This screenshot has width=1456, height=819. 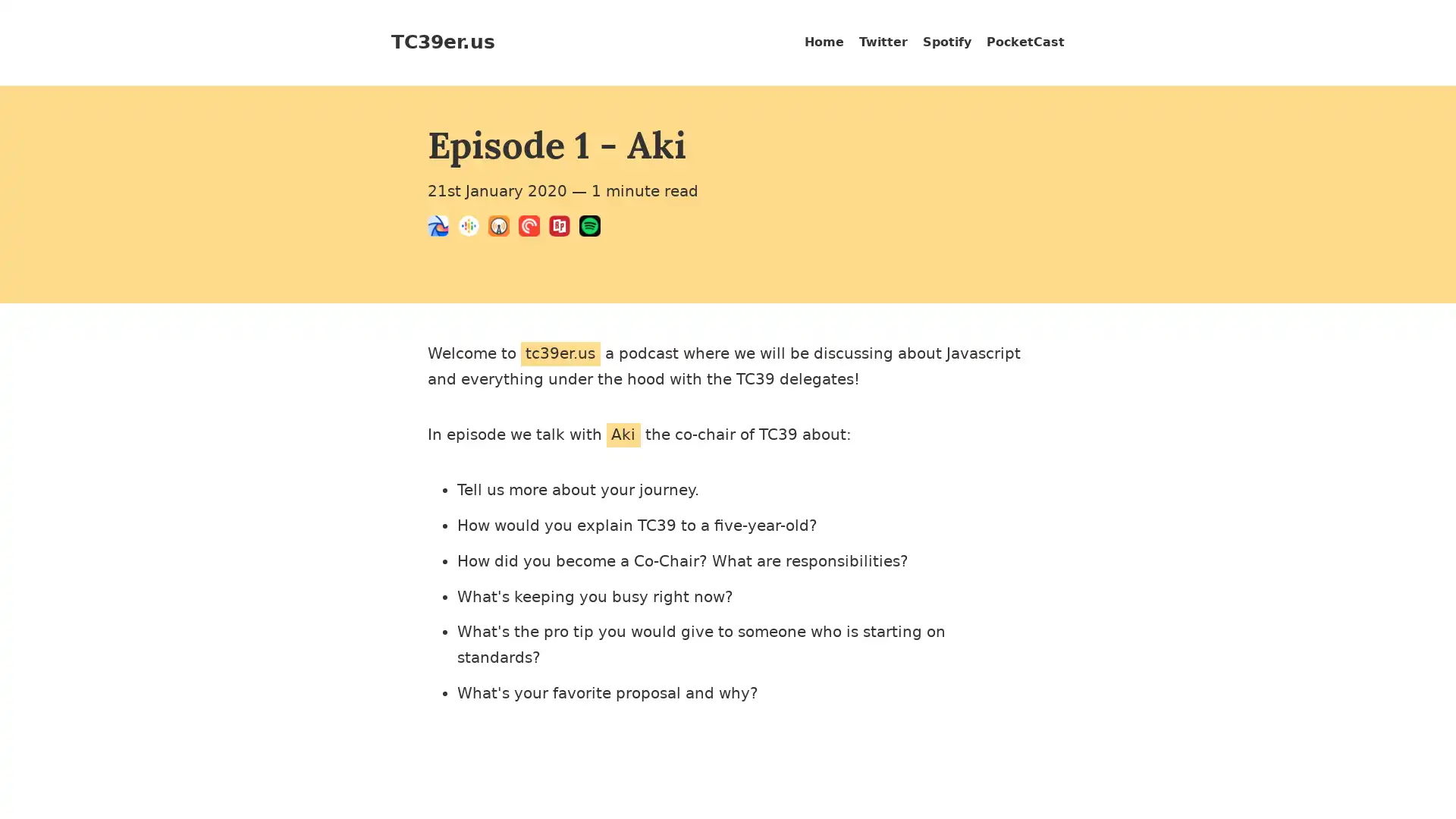 I want to click on Pocket Casts Logo, so click(x=534, y=228).